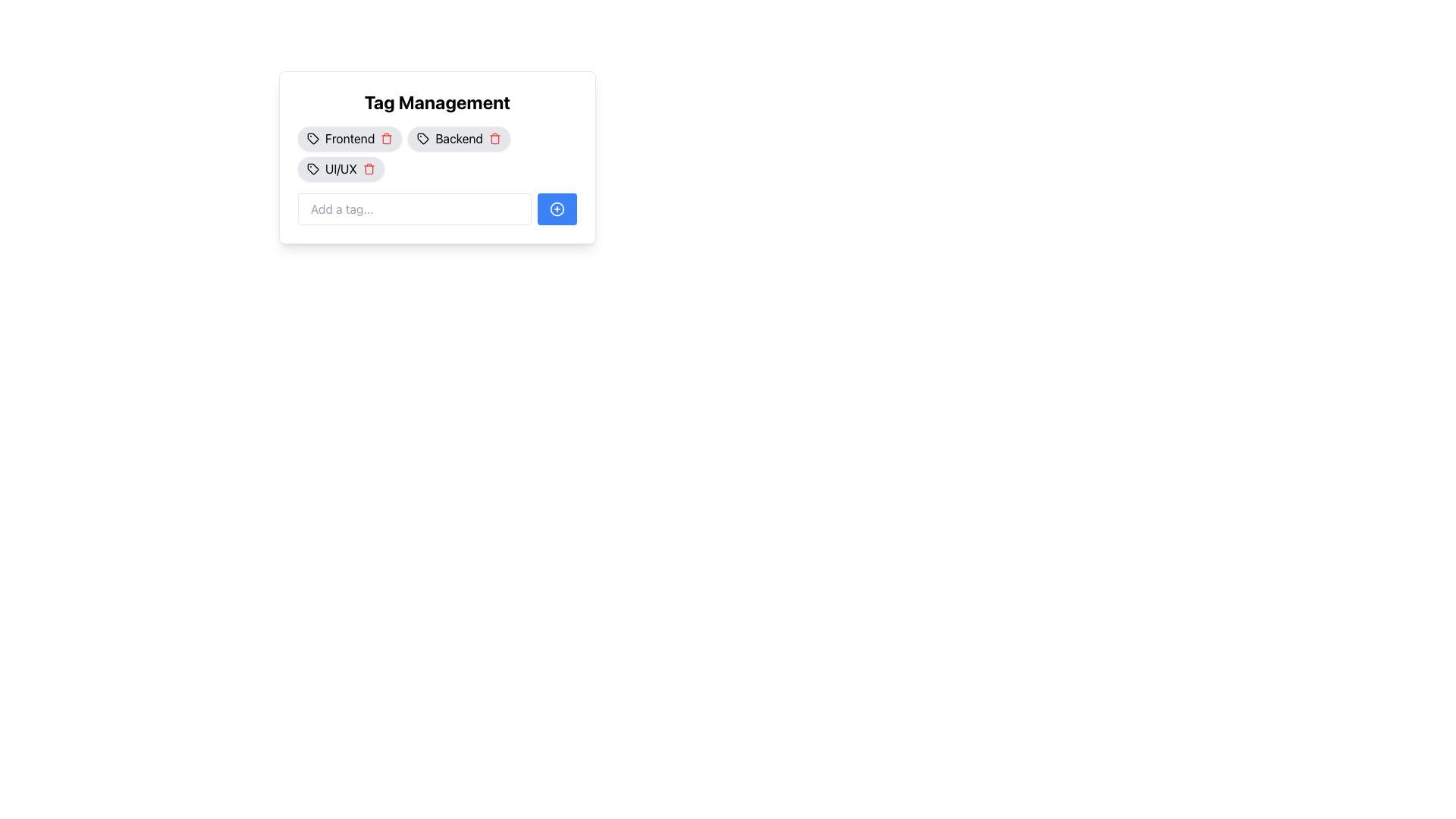 This screenshot has width=1456, height=819. What do you see at coordinates (556, 209) in the screenshot?
I see `the 'Add Tag' button located immediately to the right of the input field labeled 'Add a tag...'` at bounding box center [556, 209].